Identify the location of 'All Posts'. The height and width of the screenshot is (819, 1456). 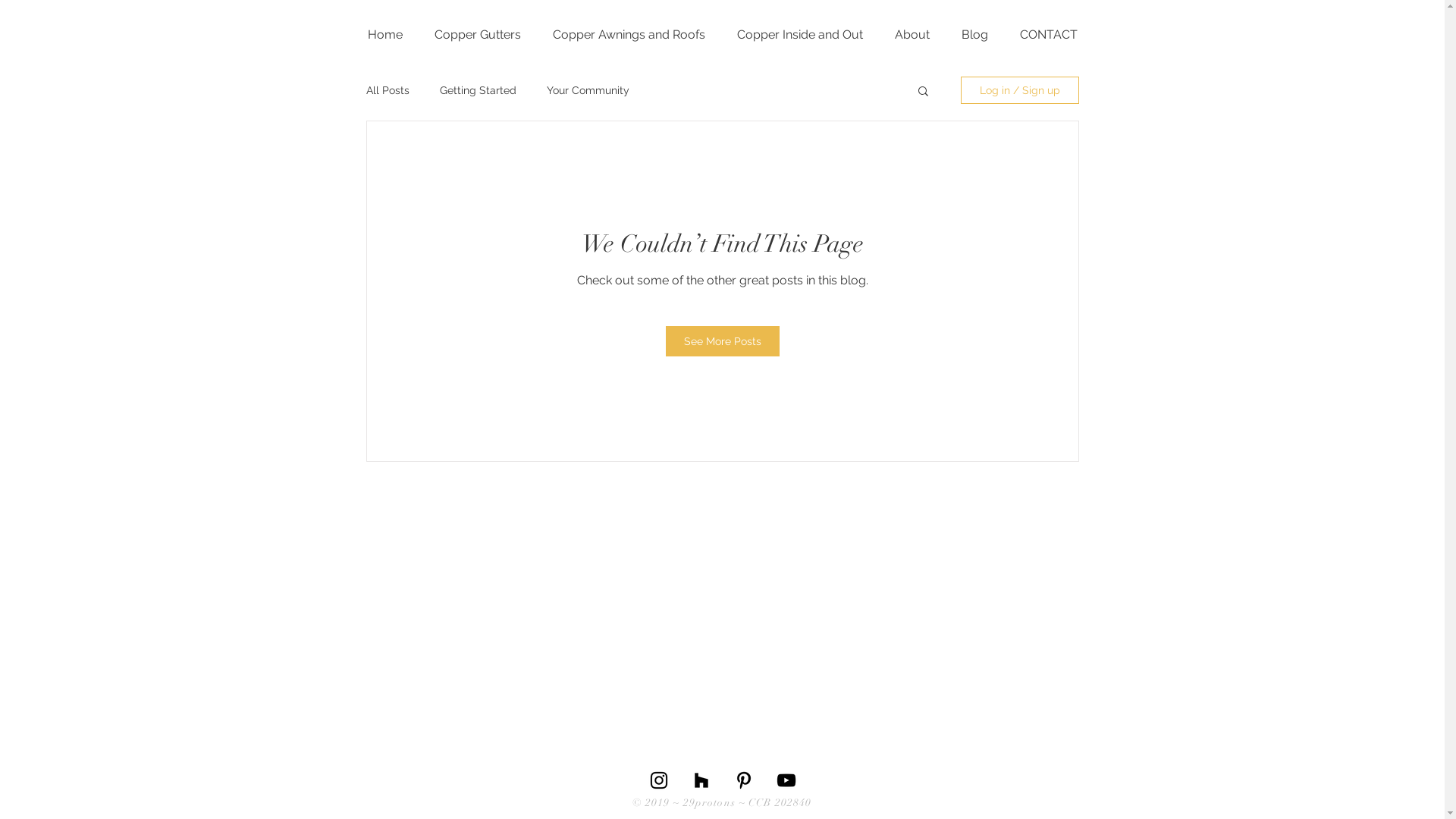
(387, 90).